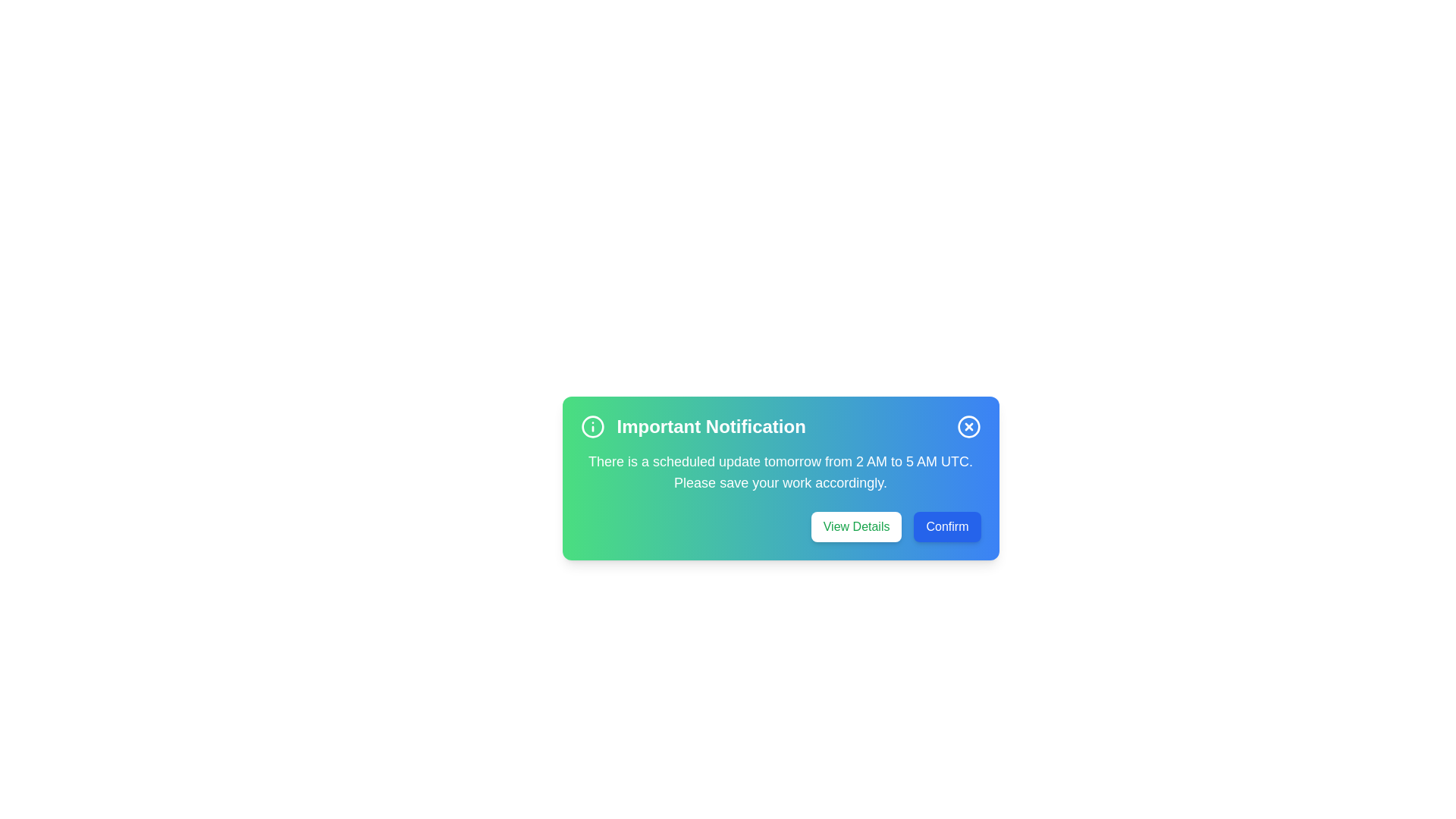 This screenshot has height=819, width=1456. Describe the element at coordinates (946, 526) in the screenshot. I see `the 'Confirm' button to confirm the notification` at that location.